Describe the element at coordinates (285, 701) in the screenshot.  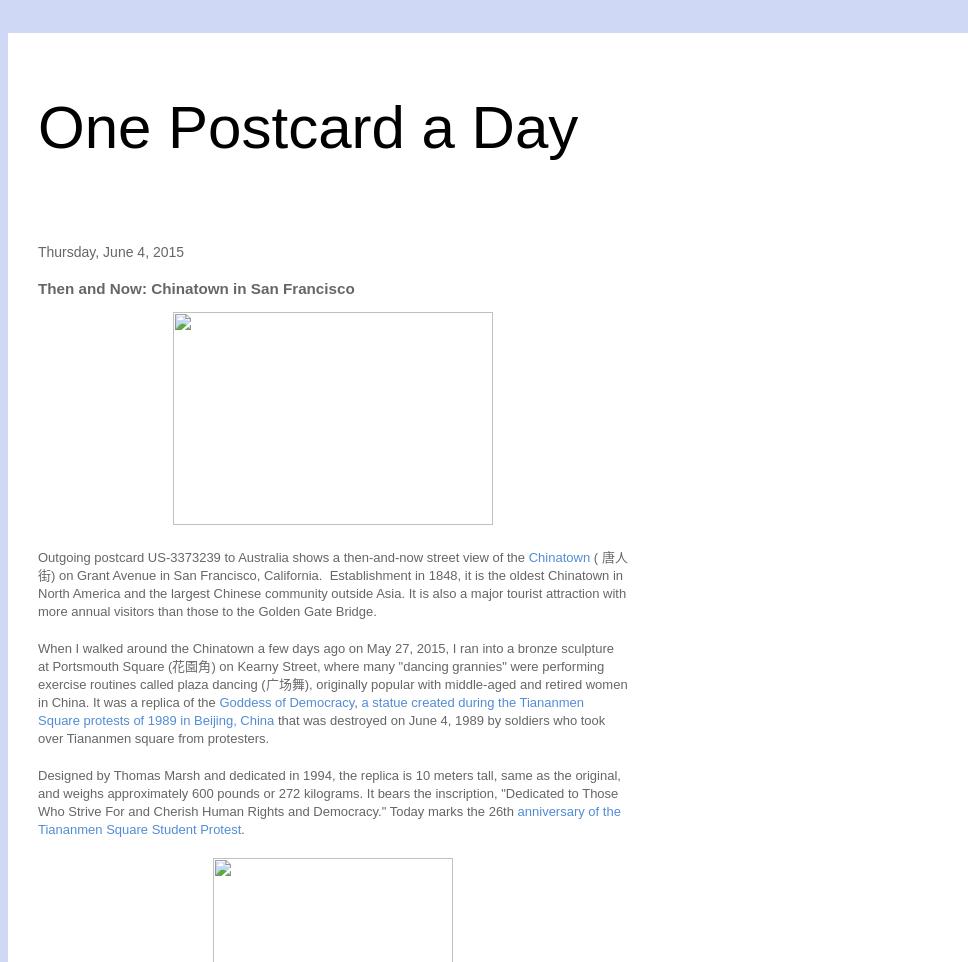
I see `'Goddess of Democracy'` at that location.